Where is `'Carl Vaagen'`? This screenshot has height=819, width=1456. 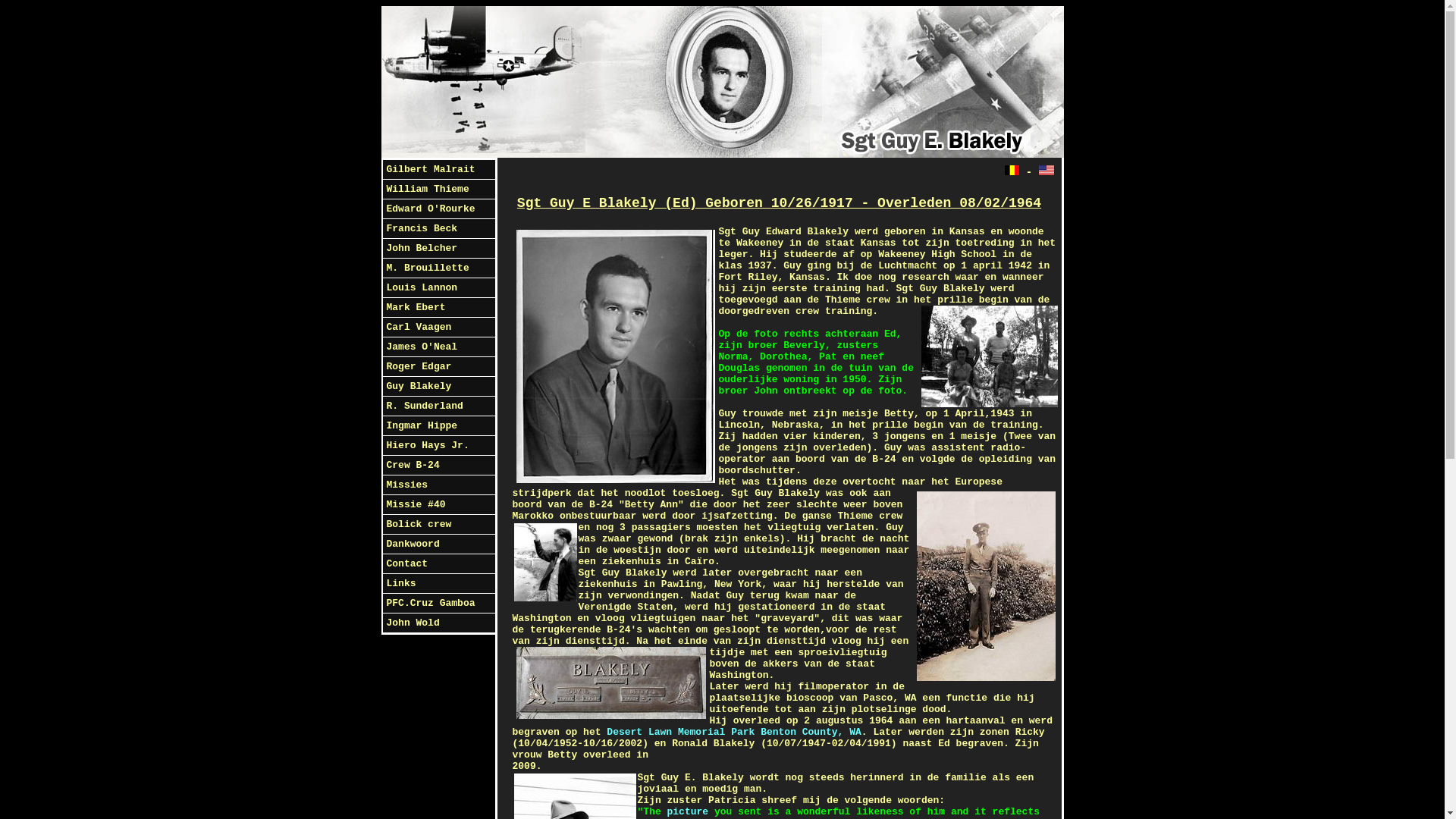 'Carl Vaagen' is located at coordinates (437, 327).